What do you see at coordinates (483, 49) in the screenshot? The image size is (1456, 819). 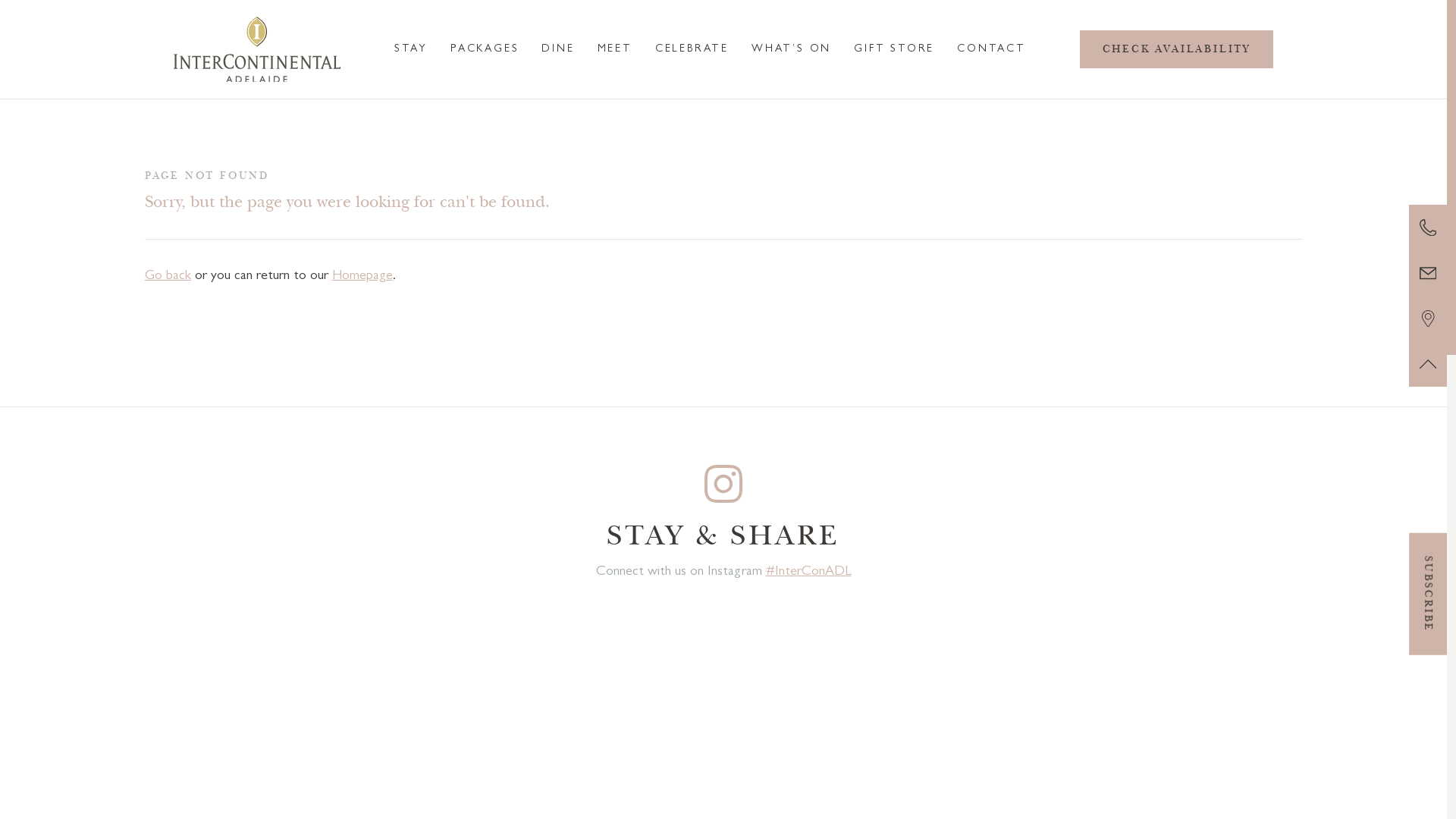 I see `'PACKAGES'` at bounding box center [483, 49].